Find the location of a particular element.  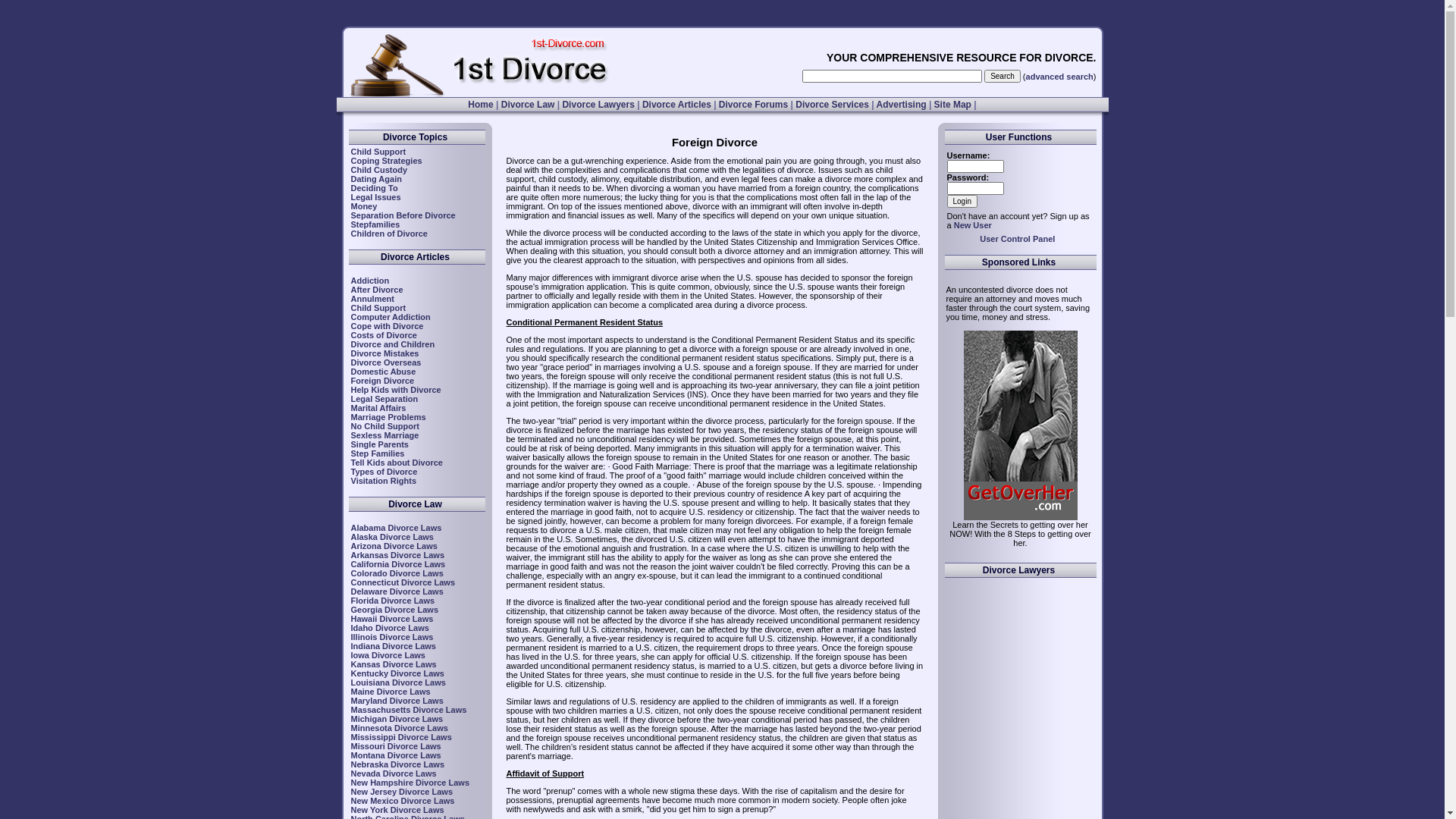

'Montana Divorce Laws' is located at coordinates (395, 755).